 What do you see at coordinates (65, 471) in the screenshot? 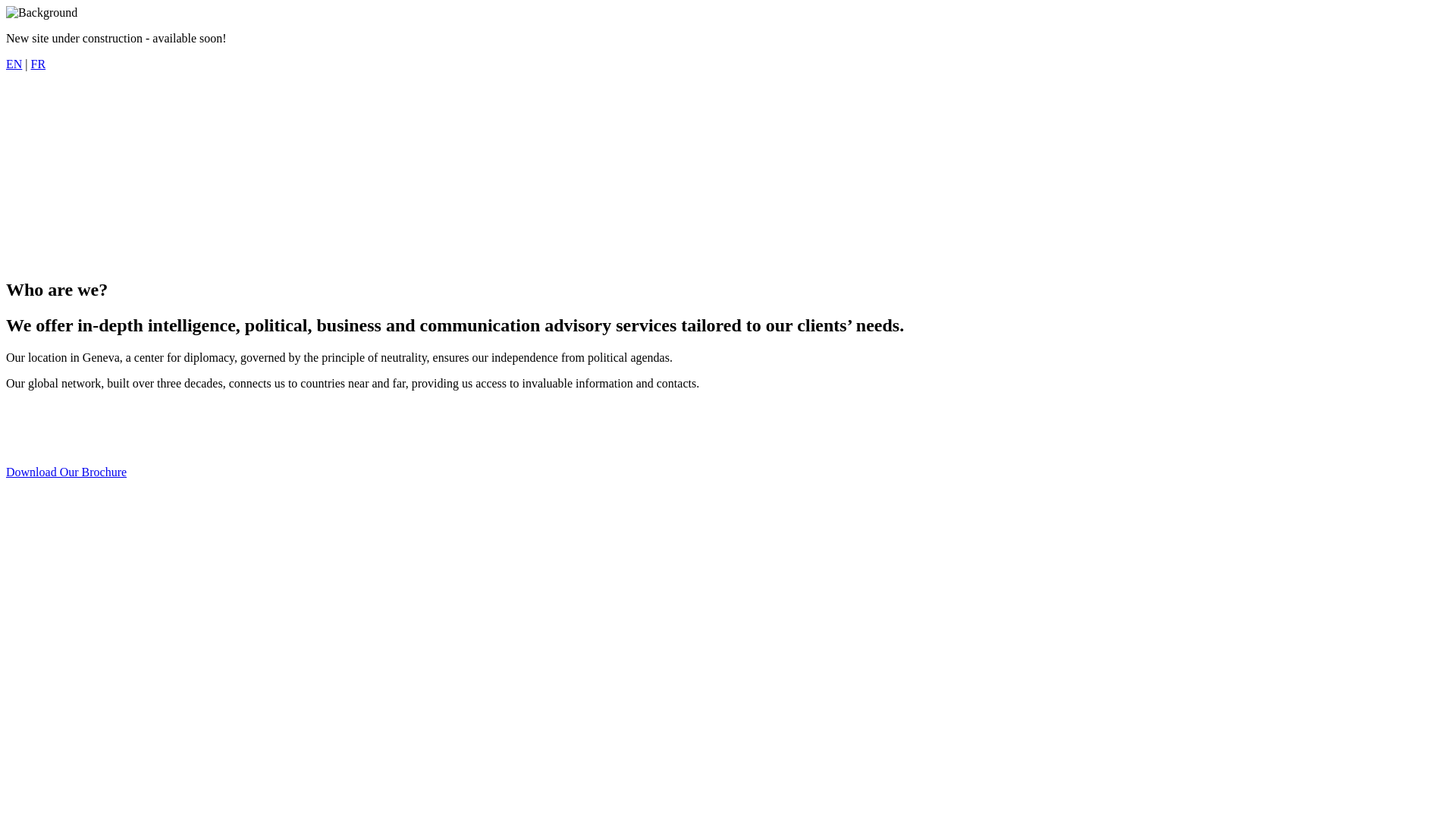
I see `'Download Our Brochure'` at bounding box center [65, 471].